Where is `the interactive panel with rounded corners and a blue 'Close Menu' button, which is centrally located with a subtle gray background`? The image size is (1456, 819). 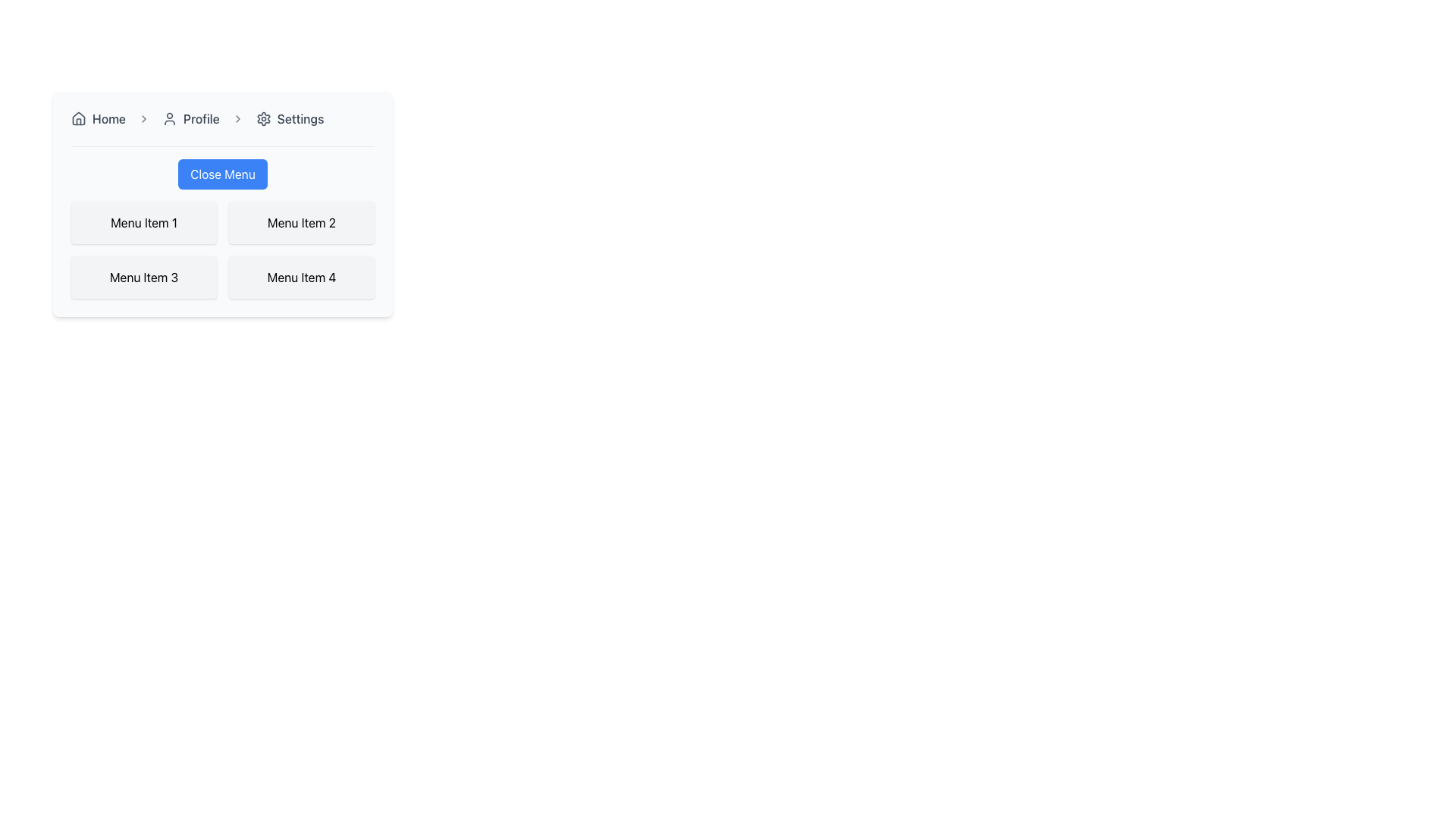 the interactive panel with rounded corners and a blue 'Close Menu' button, which is centrally located with a subtle gray background is located at coordinates (221, 203).